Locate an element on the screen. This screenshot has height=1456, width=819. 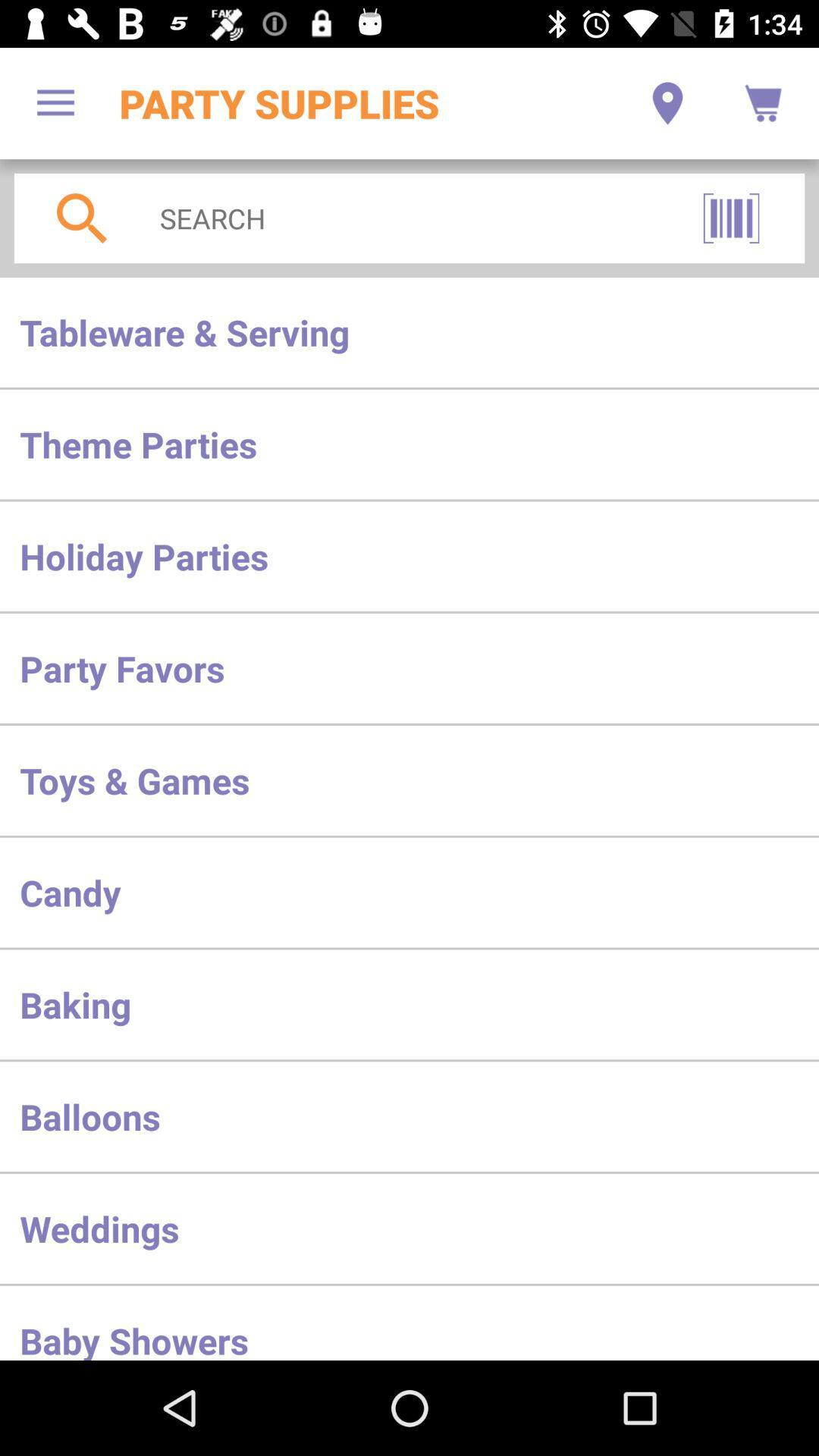
item above party favors item is located at coordinates (409, 555).